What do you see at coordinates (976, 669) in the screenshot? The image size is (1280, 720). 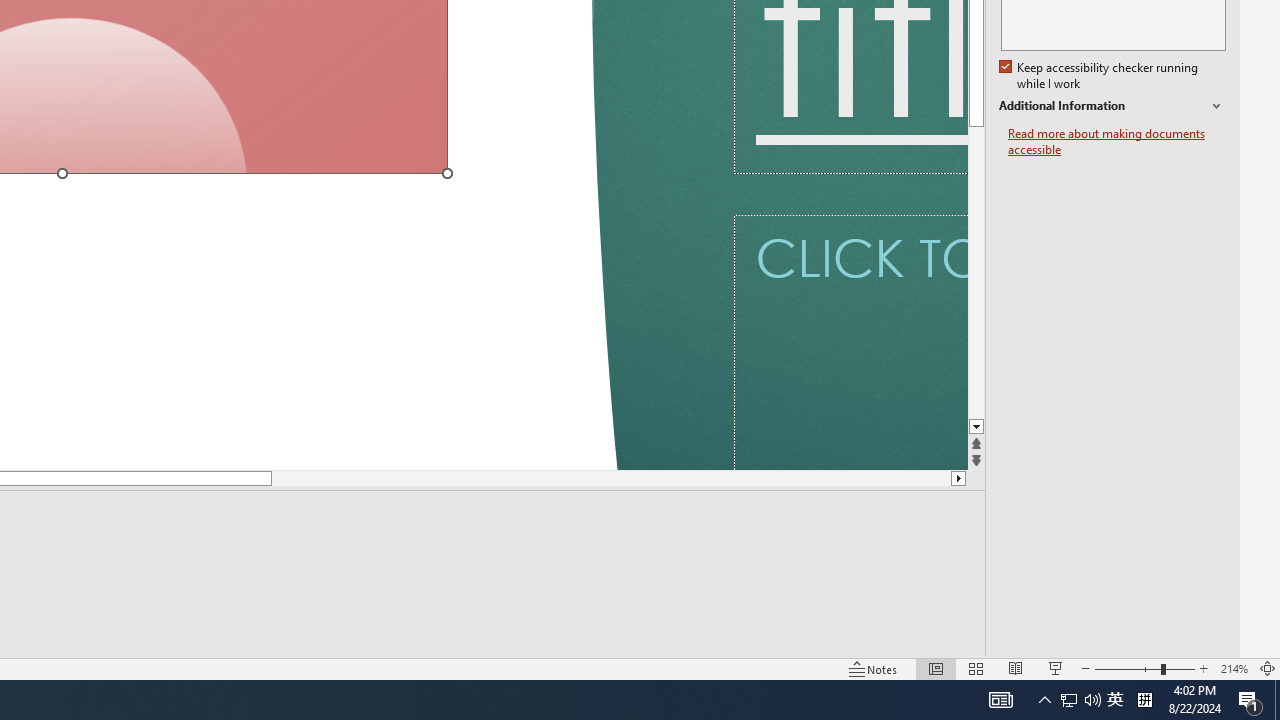 I see `'Slide Sorter'` at bounding box center [976, 669].